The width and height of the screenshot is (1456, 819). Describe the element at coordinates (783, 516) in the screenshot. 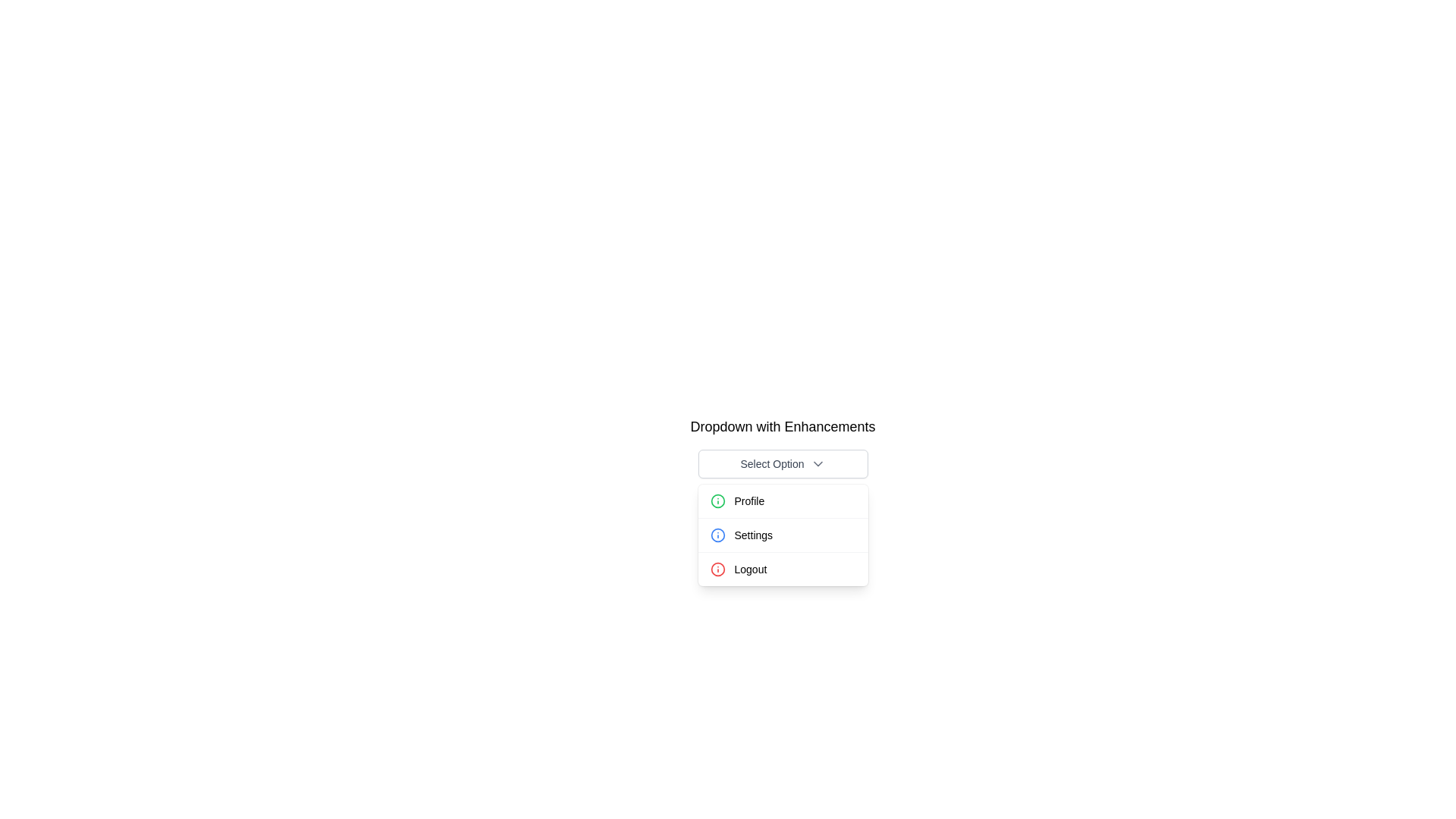

I see `the 'Settings' option in the dropdown menu, which is the second item under 'Select Option', located between 'Profile' and 'Logout'` at that location.